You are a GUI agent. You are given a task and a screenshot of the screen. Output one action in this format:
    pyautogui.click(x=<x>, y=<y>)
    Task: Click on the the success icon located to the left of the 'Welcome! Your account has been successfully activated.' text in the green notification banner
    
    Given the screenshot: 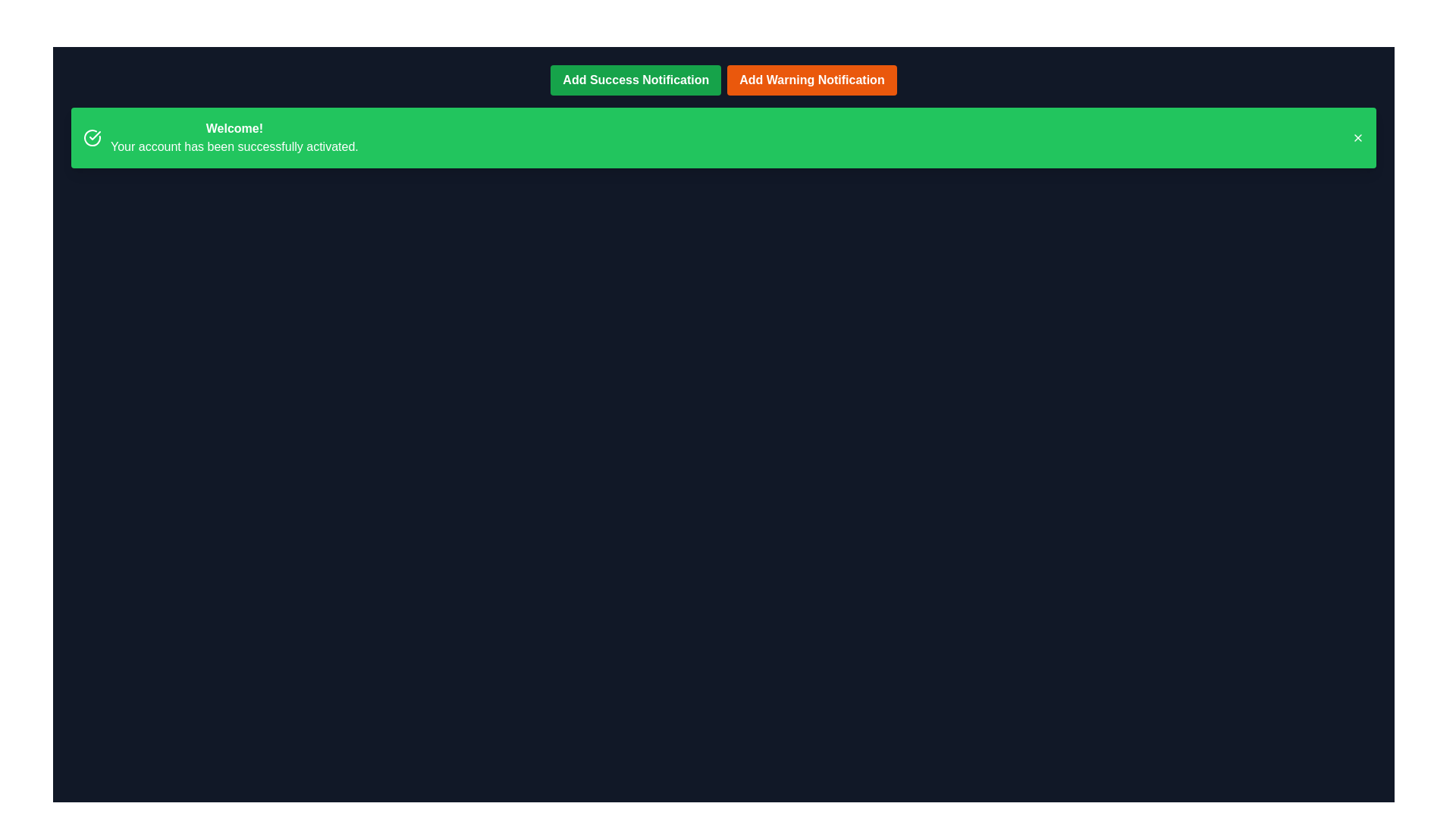 What is the action you would take?
    pyautogui.click(x=91, y=137)
    